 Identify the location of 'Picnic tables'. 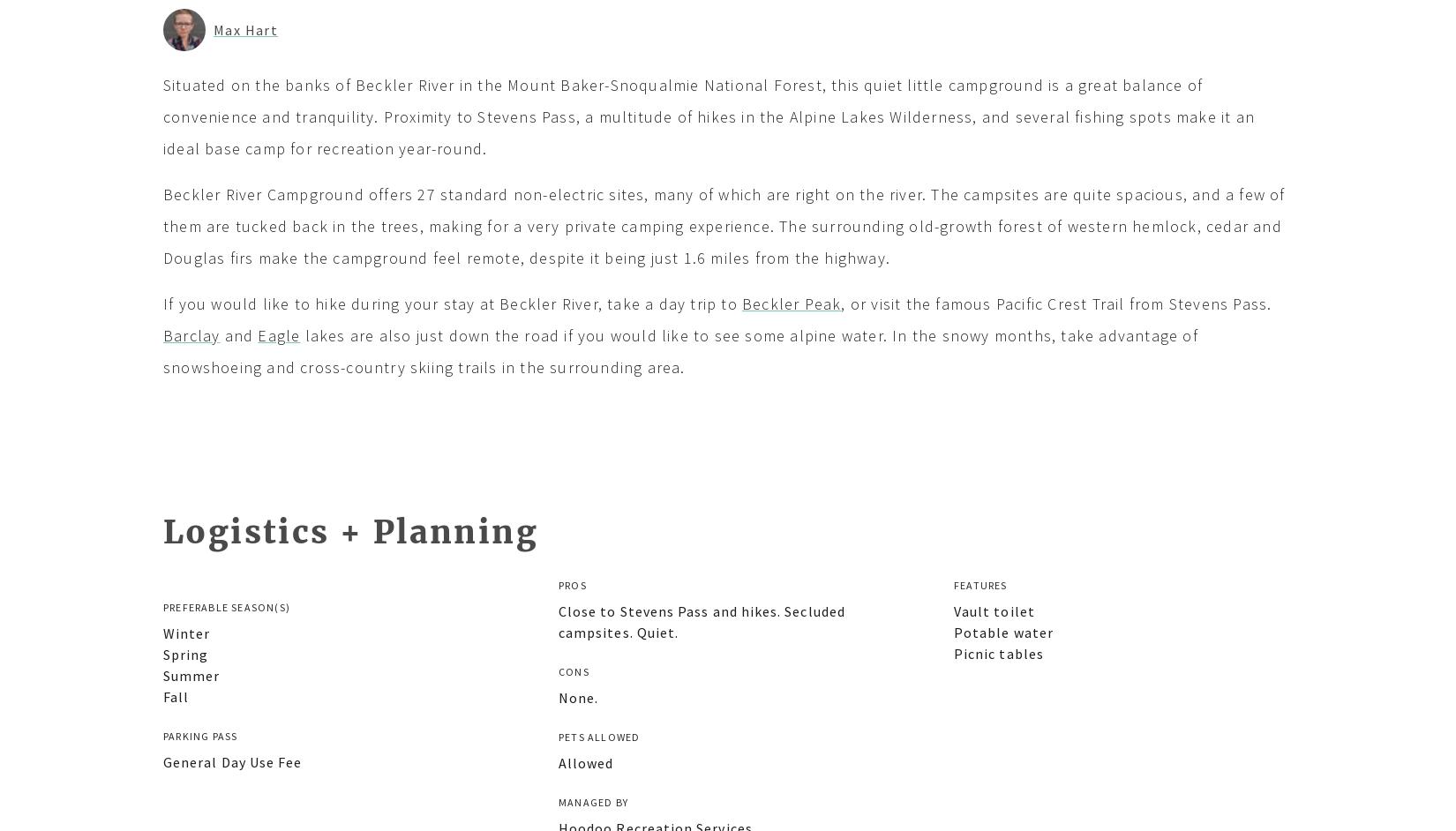
(998, 652).